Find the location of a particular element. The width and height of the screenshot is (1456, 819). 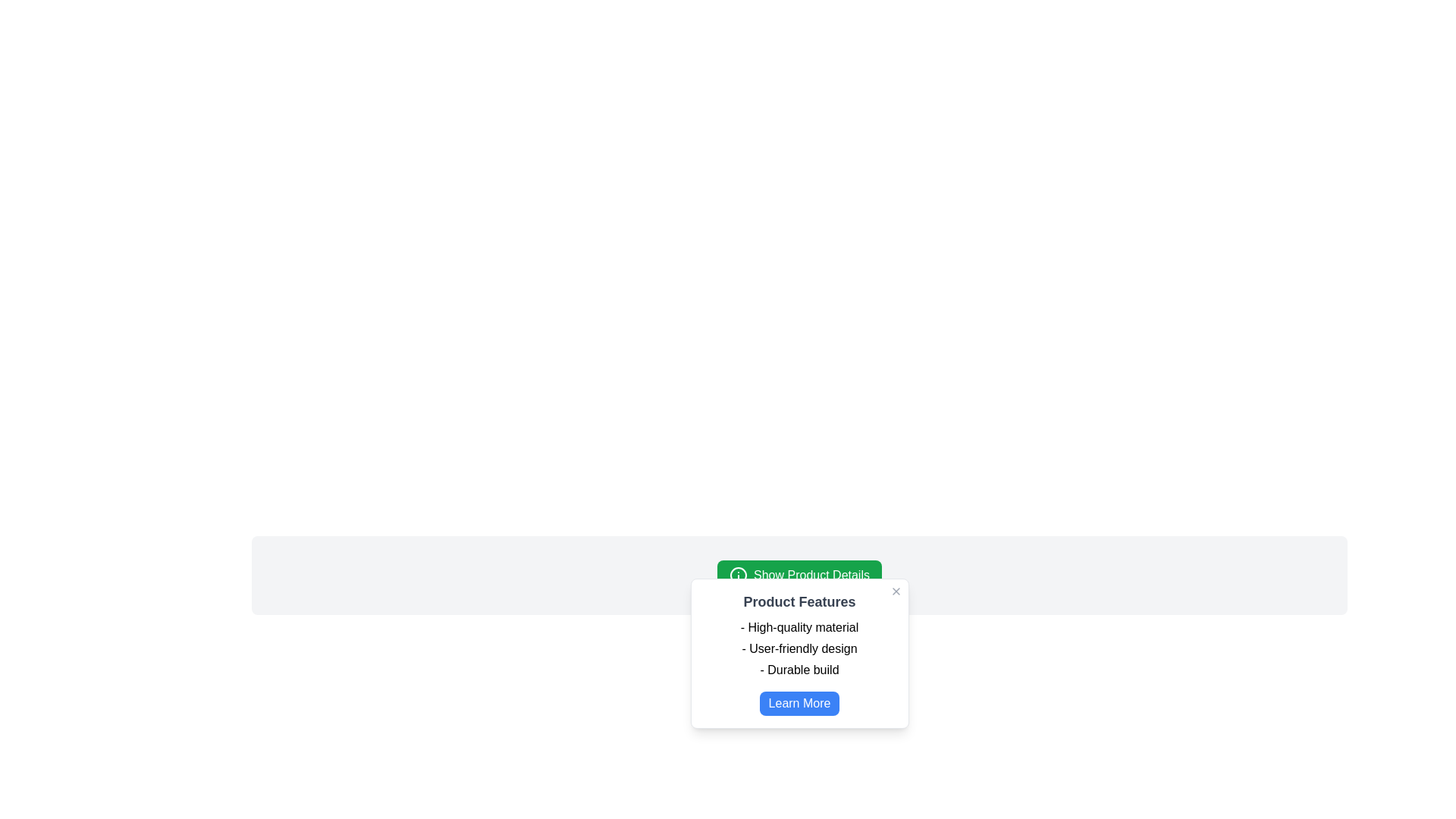

the close button icon resembling an 'X' in the top-right corner of the product features box to change its color is located at coordinates (896, 590).